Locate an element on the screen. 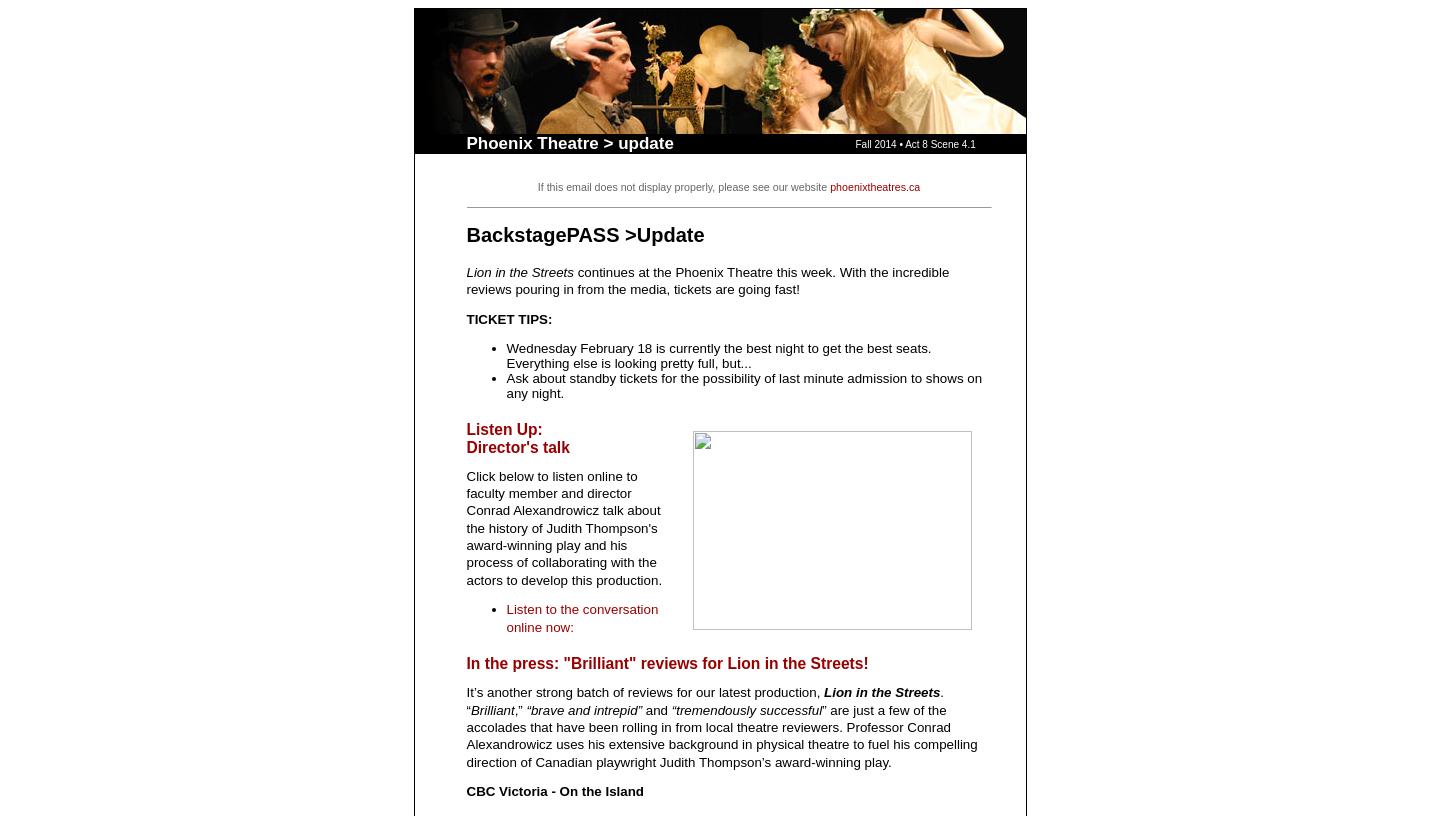  ',”' is located at coordinates (516, 708).